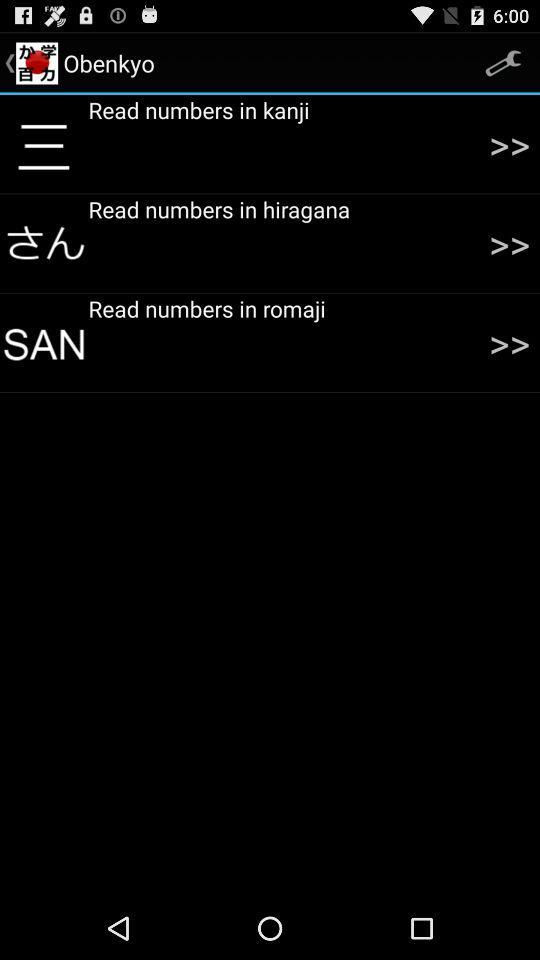  I want to click on logo at top left, so click(36, 62).